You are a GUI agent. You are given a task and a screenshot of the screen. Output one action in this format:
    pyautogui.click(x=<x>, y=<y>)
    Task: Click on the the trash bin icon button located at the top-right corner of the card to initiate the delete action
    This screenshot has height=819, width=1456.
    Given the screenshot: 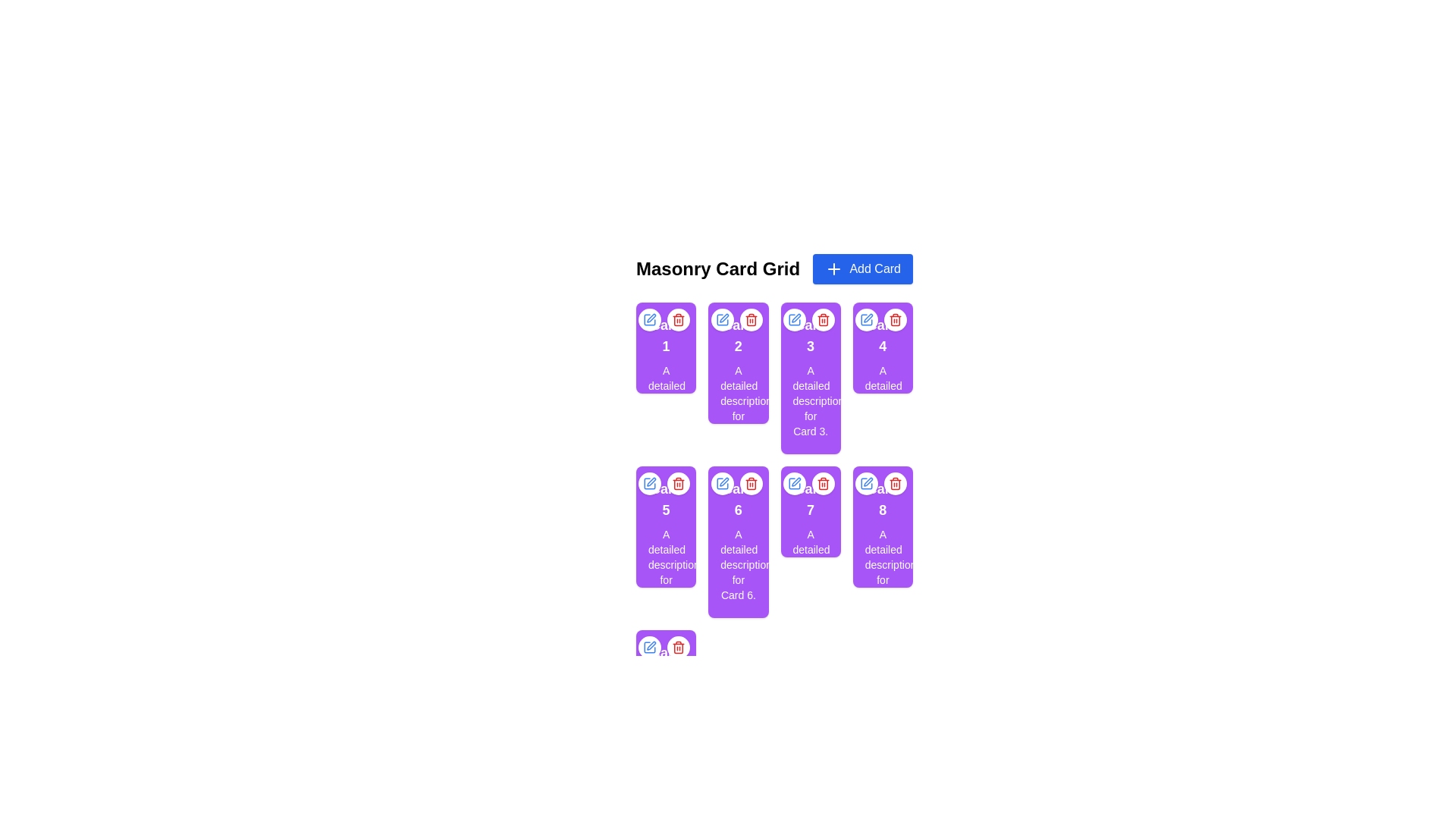 What is the action you would take?
    pyautogui.click(x=751, y=483)
    